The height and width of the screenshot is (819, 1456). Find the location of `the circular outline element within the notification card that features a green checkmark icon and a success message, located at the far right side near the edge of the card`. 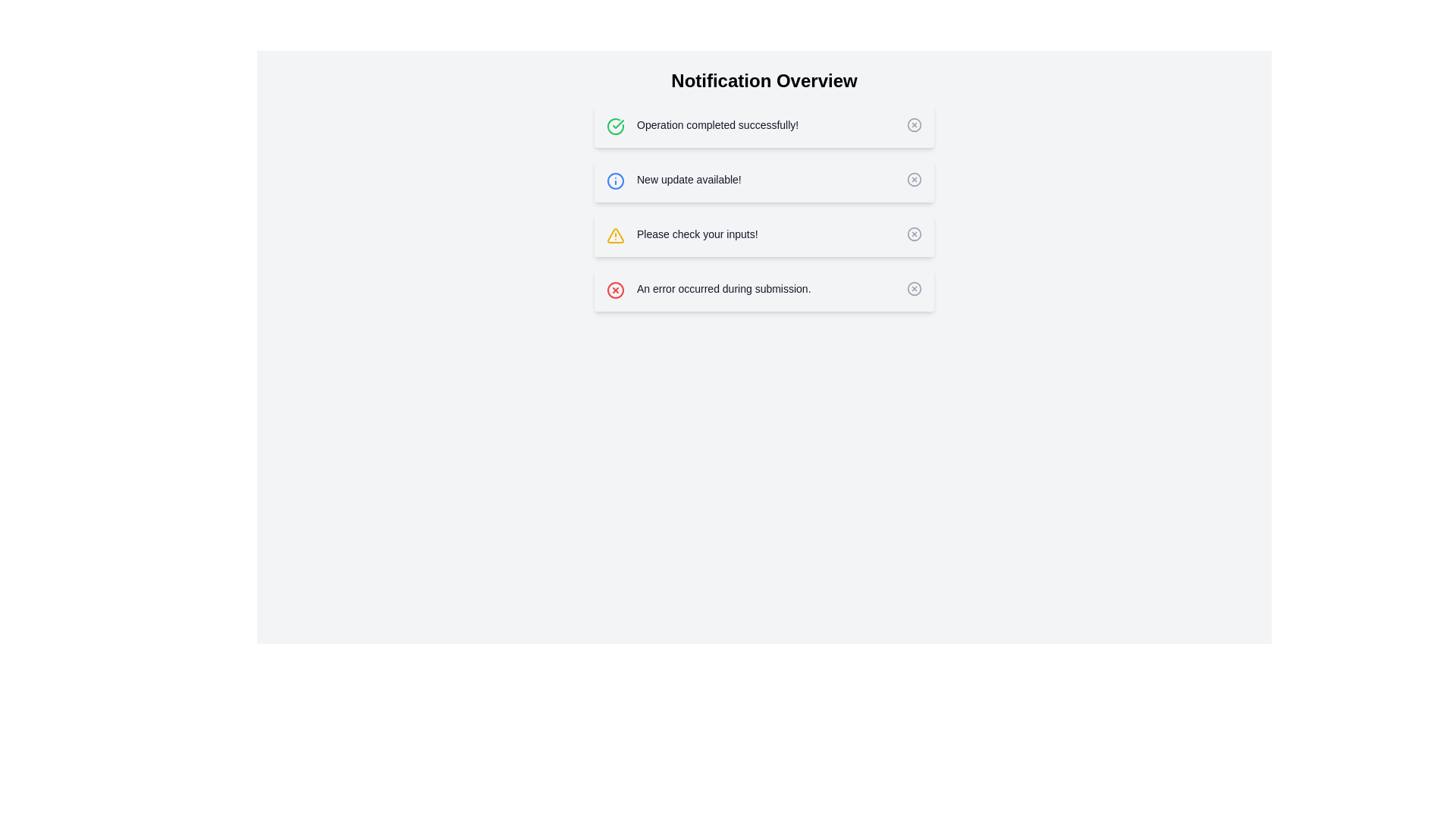

the circular outline element within the notification card that features a green checkmark icon and a success message, located at the far right side near the edge of the card is located at coordinates (913, 124).